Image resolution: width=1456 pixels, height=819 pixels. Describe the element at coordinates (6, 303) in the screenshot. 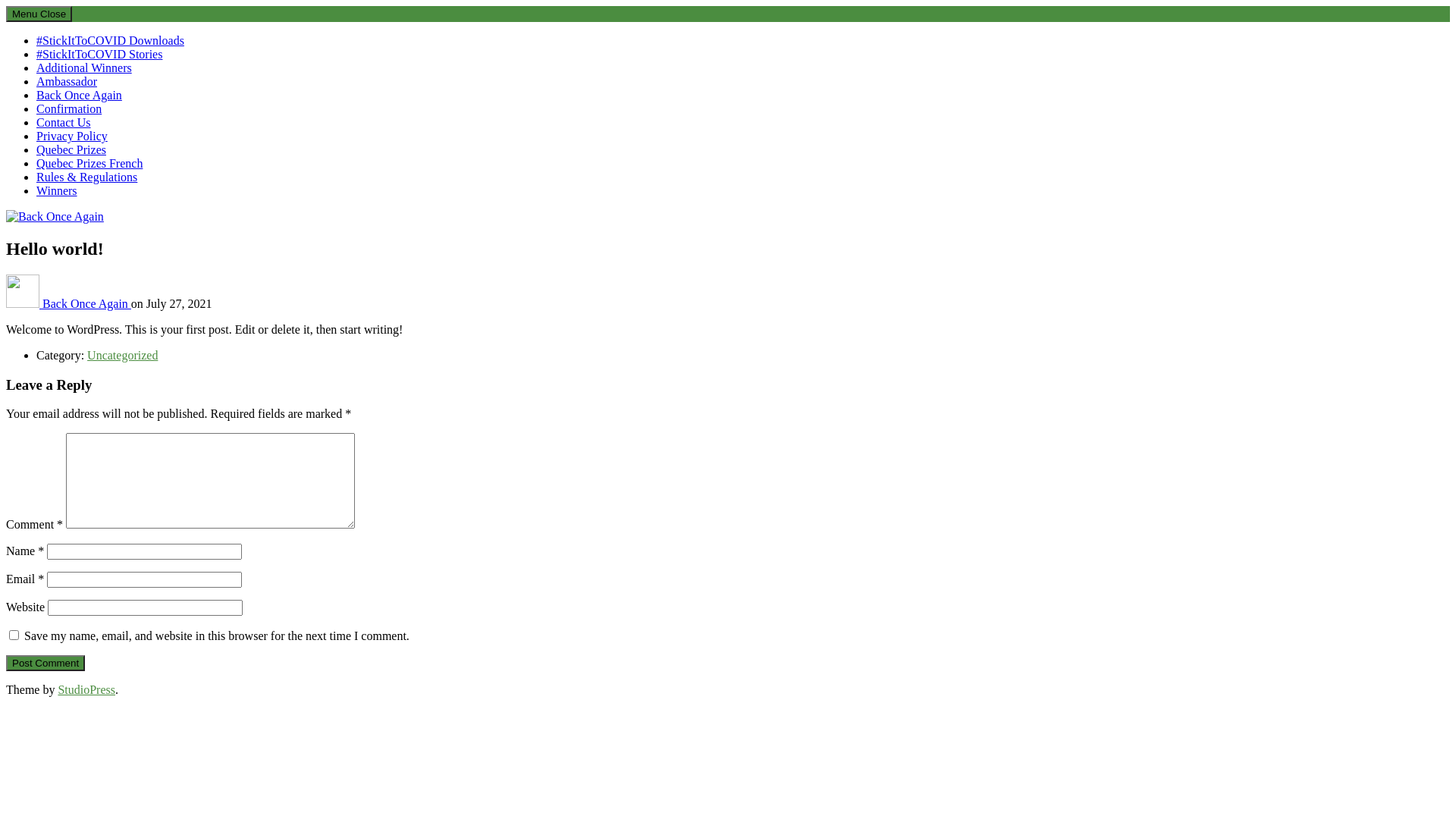

I see `'Posts by Back Once Again'` at that location.